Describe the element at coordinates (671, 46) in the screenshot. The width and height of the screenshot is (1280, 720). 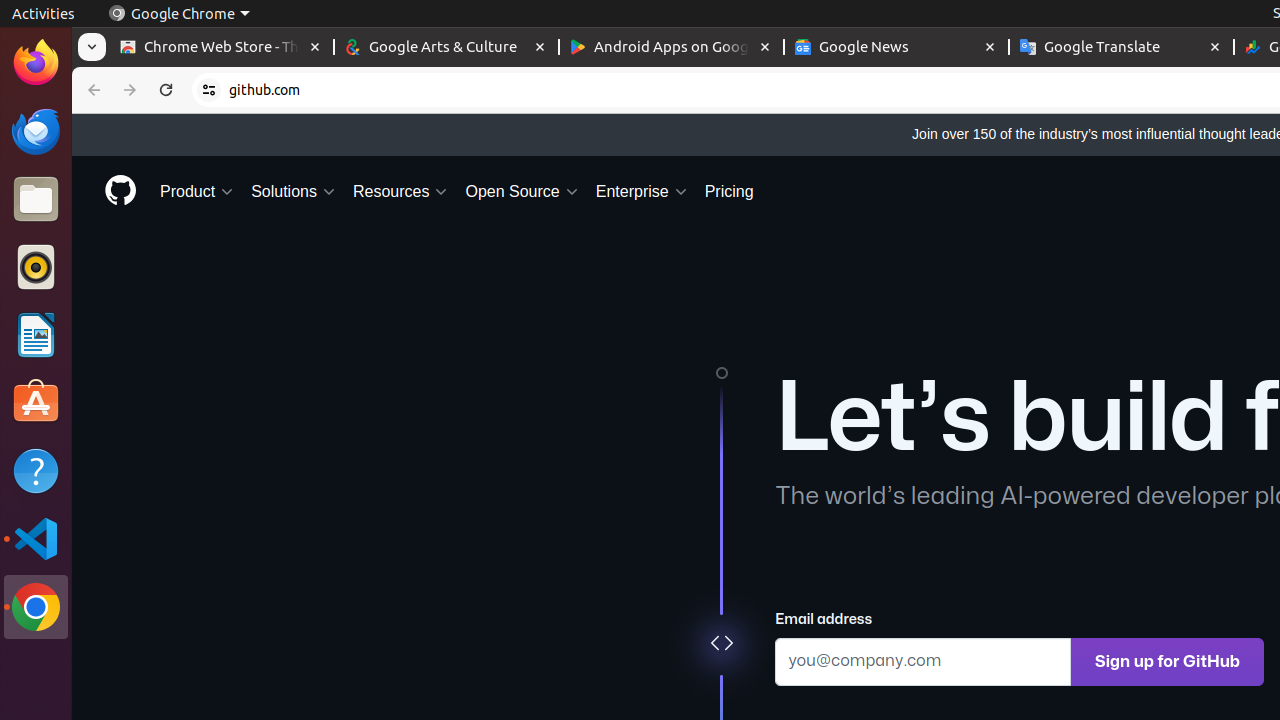
I see `'Android Apps on Google Play - Memory usage - 52.4 MB'` at that location.